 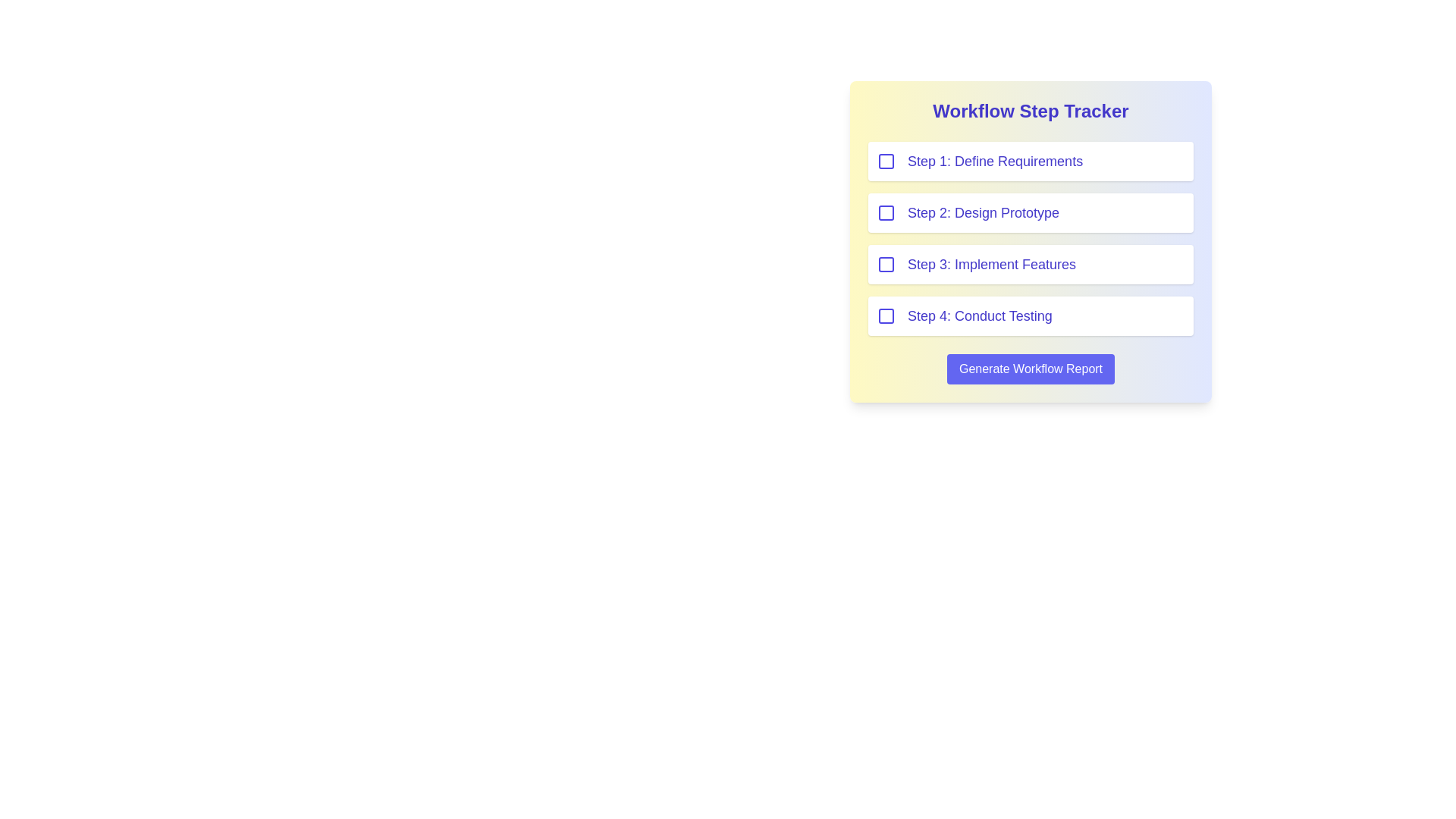 What do you see at coordinates (1031, 110) in the screenshot?
I see `the Text Label (Title) at the top of the workflow tracker interface, which provides an overview of the contents and functionality of the section` at bounding box center [1031, 110].